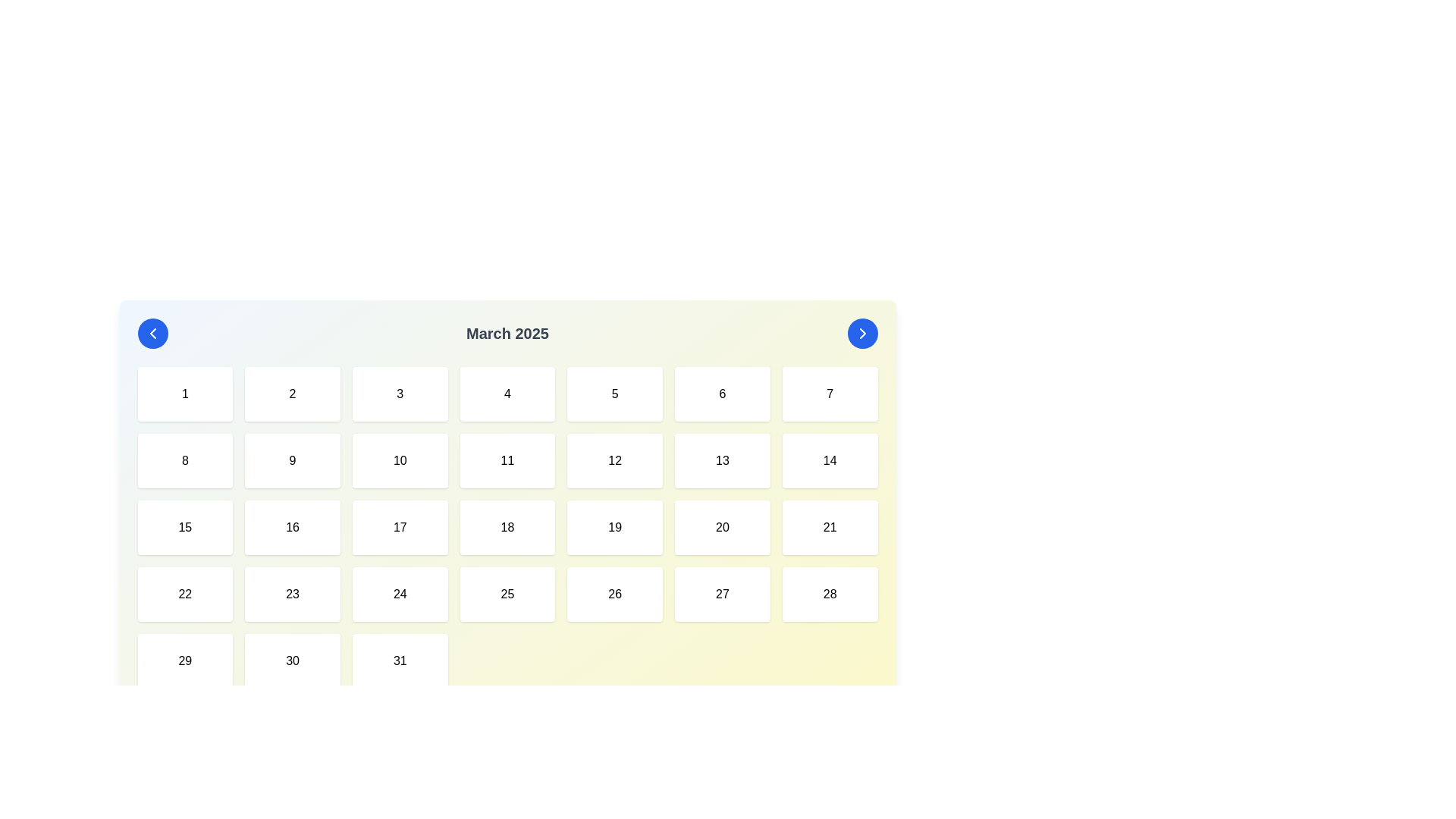  What do you see at coordinates (184, 660) in the screenshot?
I see `the interactive calendar date element displaying the number '29', located` at bounding box center [184, 660].